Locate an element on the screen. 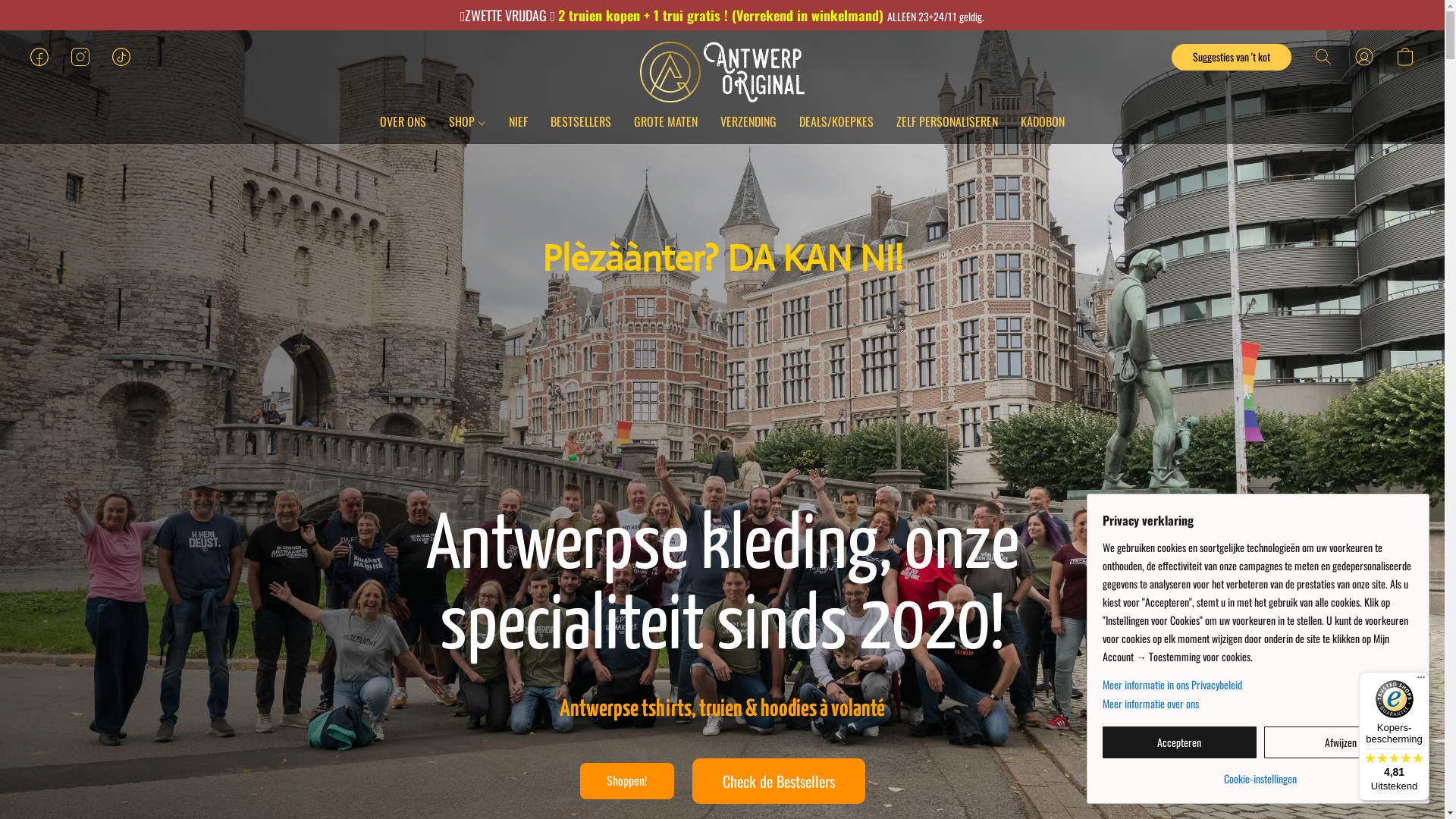 This screenshot has height=819, width=1456. 'Suggesties van 't kot' is located at coordinates (1231, 56).